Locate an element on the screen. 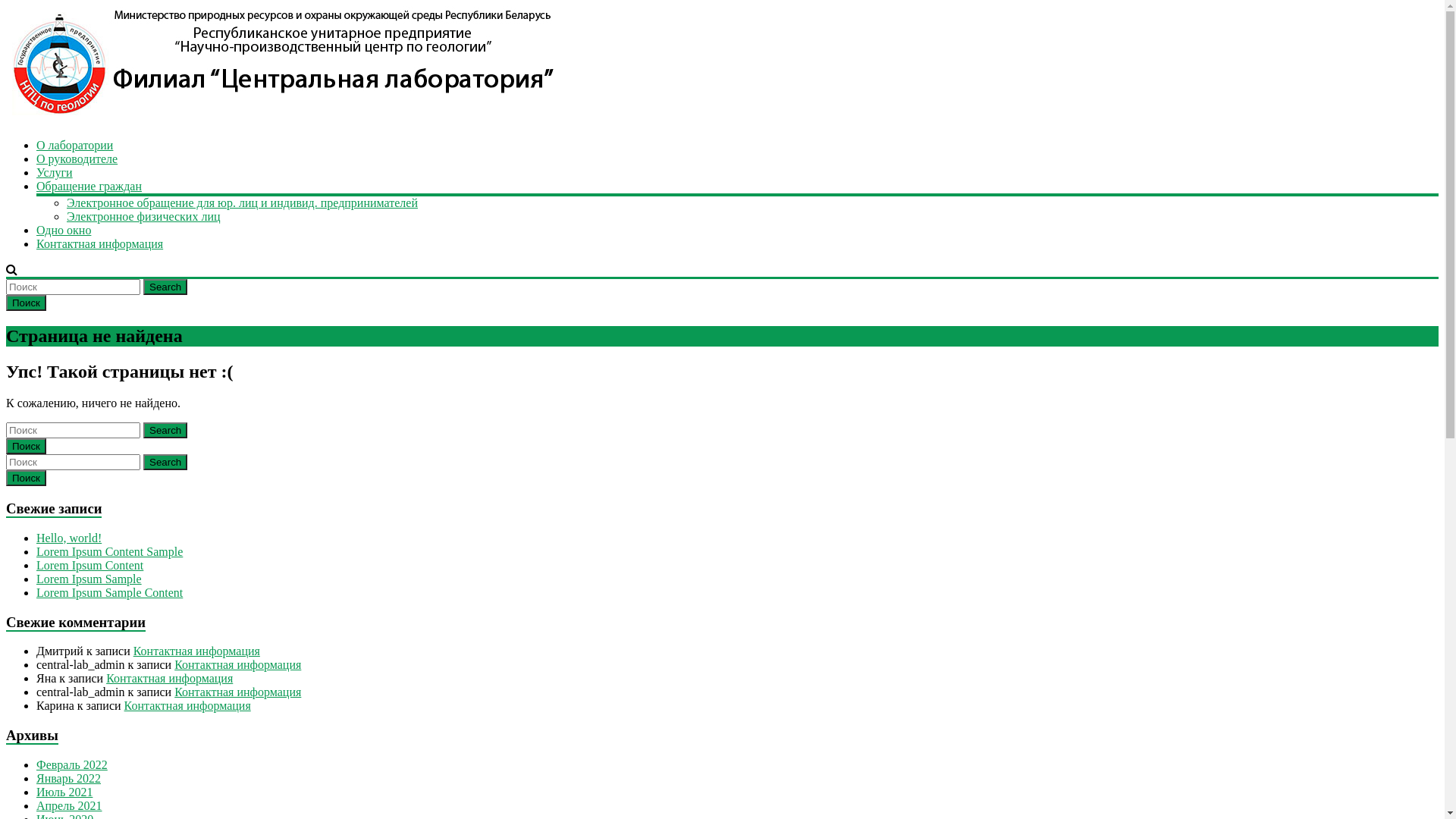 This screenshot has width=1456, height=819. 'Lorem Ipsum Content' is located at coordinates (89, 565).